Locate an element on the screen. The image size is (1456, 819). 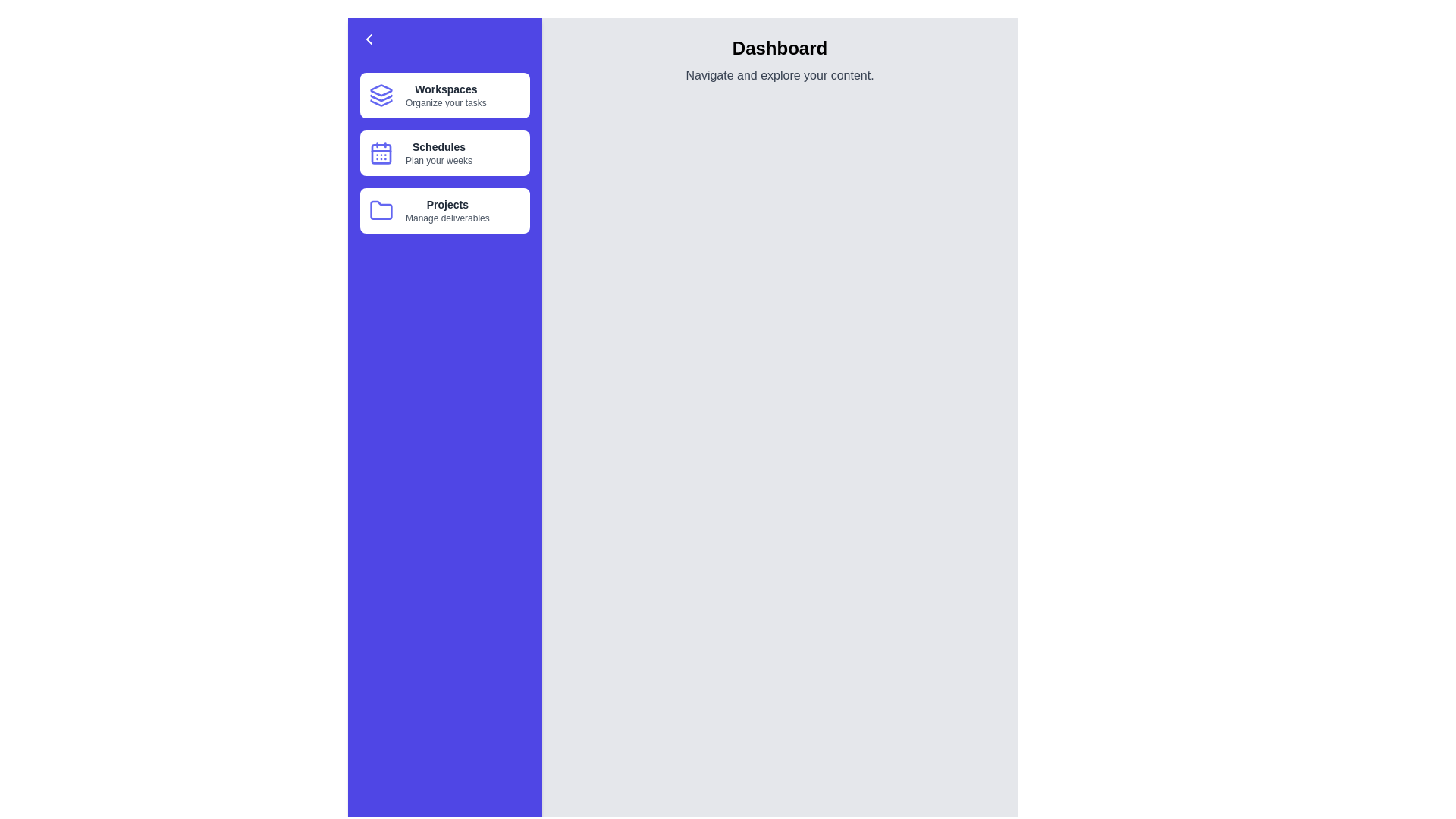
the icon of the menu item Workspaces is located at coordinates (381, 96).